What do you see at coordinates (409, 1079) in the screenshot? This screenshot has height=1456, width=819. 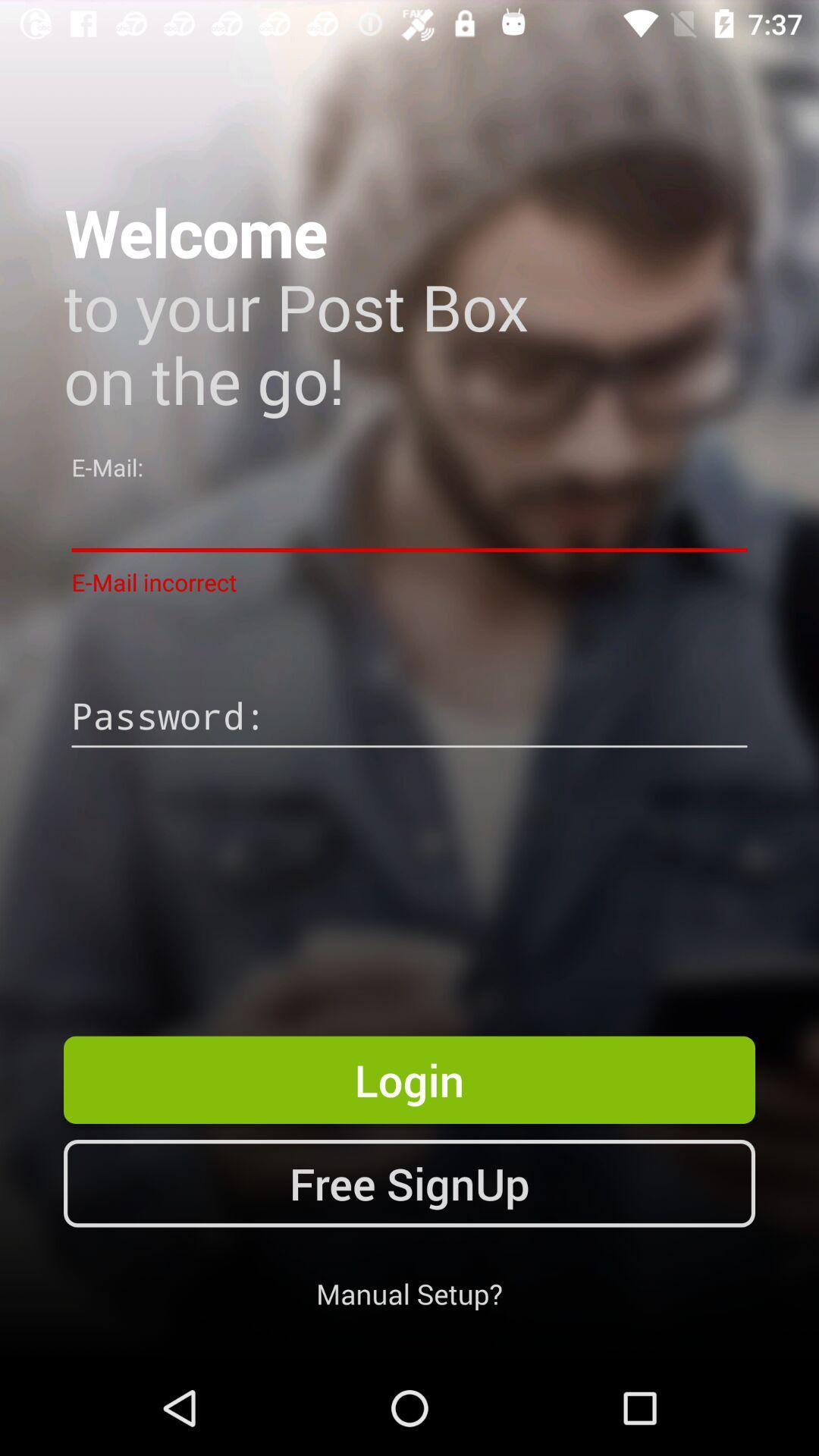 I see `the login icon` at bounding box center [409, 1079].